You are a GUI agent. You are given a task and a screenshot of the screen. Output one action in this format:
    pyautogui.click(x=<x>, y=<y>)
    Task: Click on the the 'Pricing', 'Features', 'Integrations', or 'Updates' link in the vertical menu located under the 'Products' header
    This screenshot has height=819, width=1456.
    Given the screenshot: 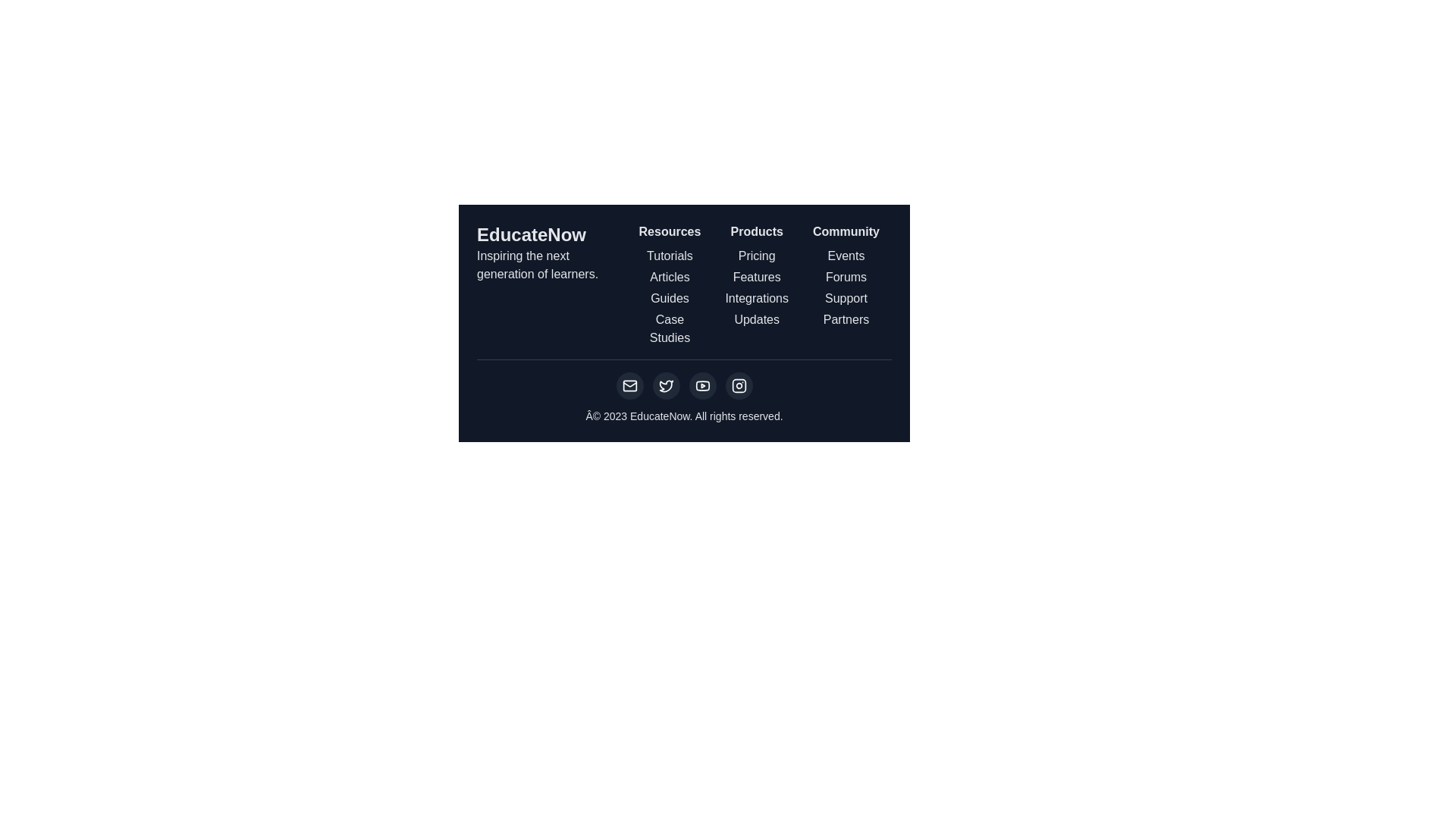 What is the action you would take?
    pyautogui.click(x=757, y=288)
    